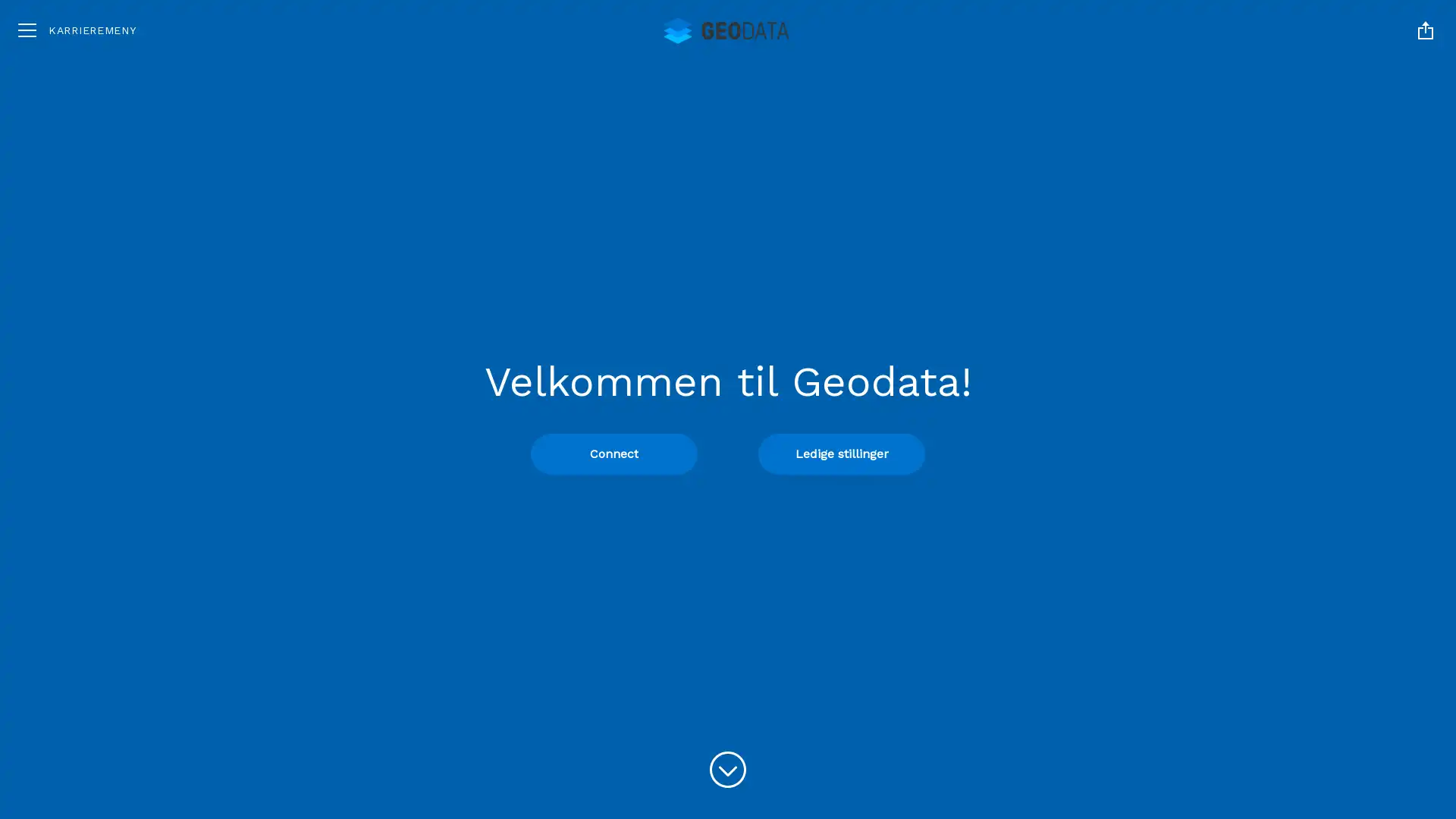 This screenshot has width=1456, height=819. Describe the element at coordinates (1282, 736) in the screenshot. I see `Preferanser for informasjonskapsler` at that location.